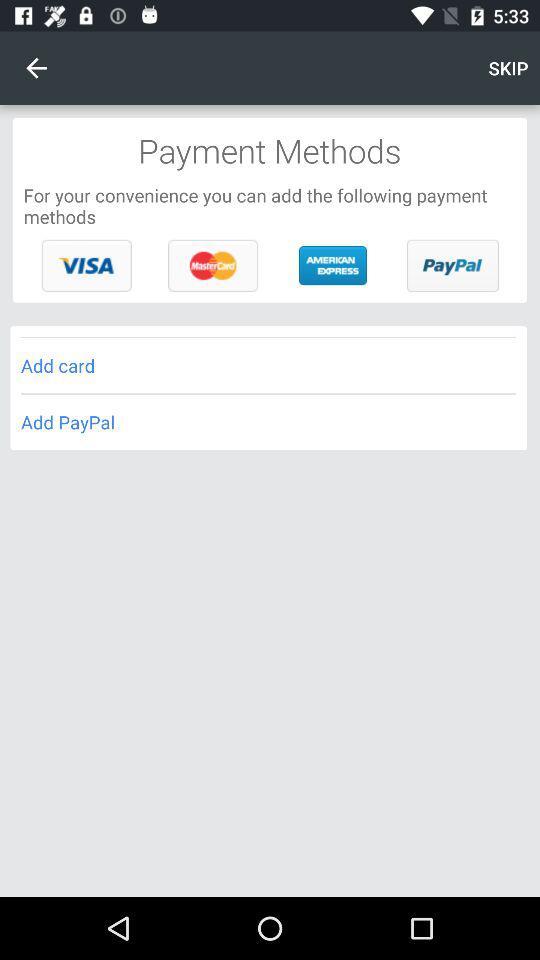  What do you see at coordinates (508, 68) in the screenshot?
I see `the skip item` at bounding box center [508, 68].